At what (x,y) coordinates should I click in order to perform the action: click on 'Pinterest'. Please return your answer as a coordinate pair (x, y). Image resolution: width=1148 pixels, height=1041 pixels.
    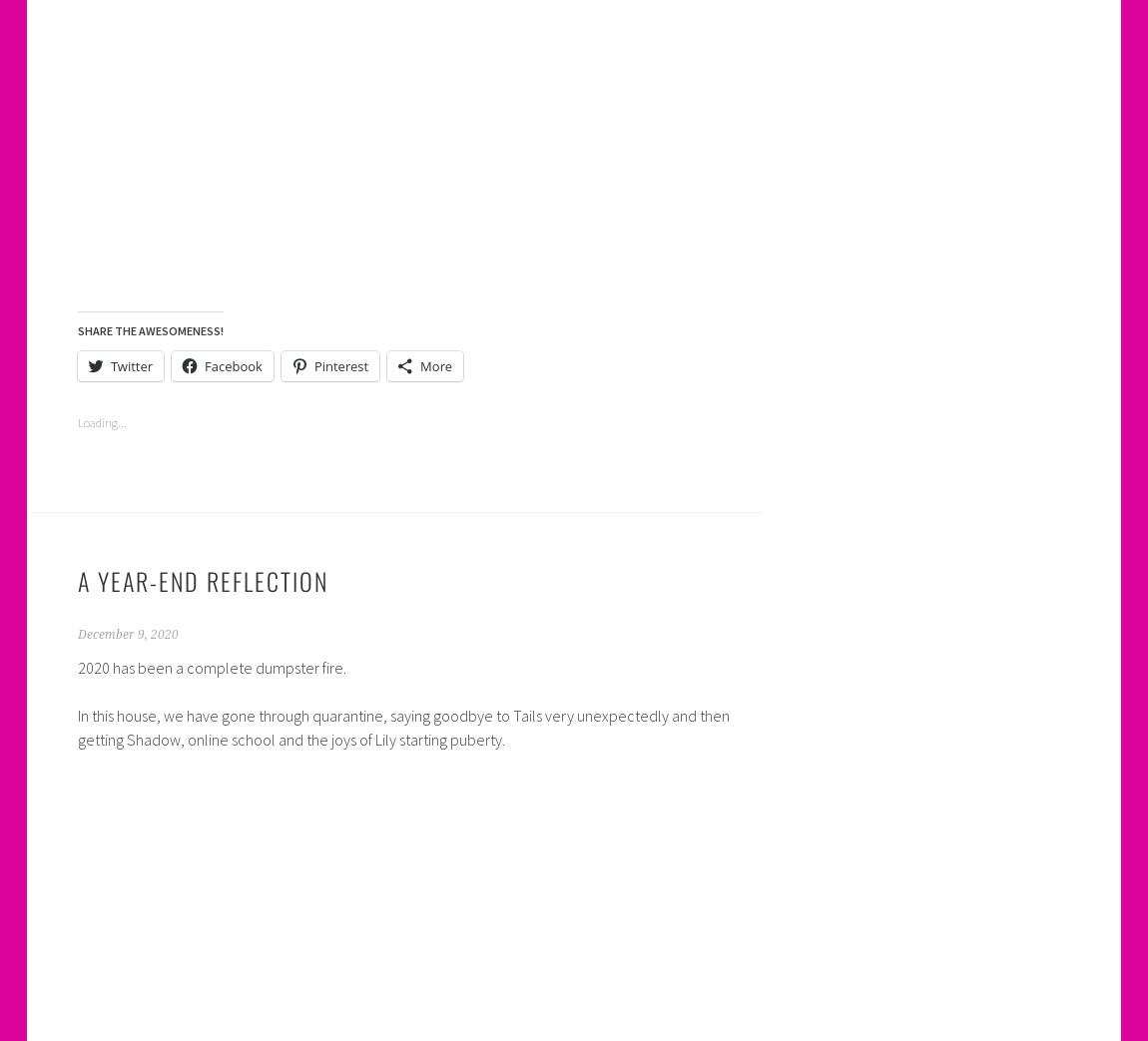
    Looking at the image, I should click on (340, 363).